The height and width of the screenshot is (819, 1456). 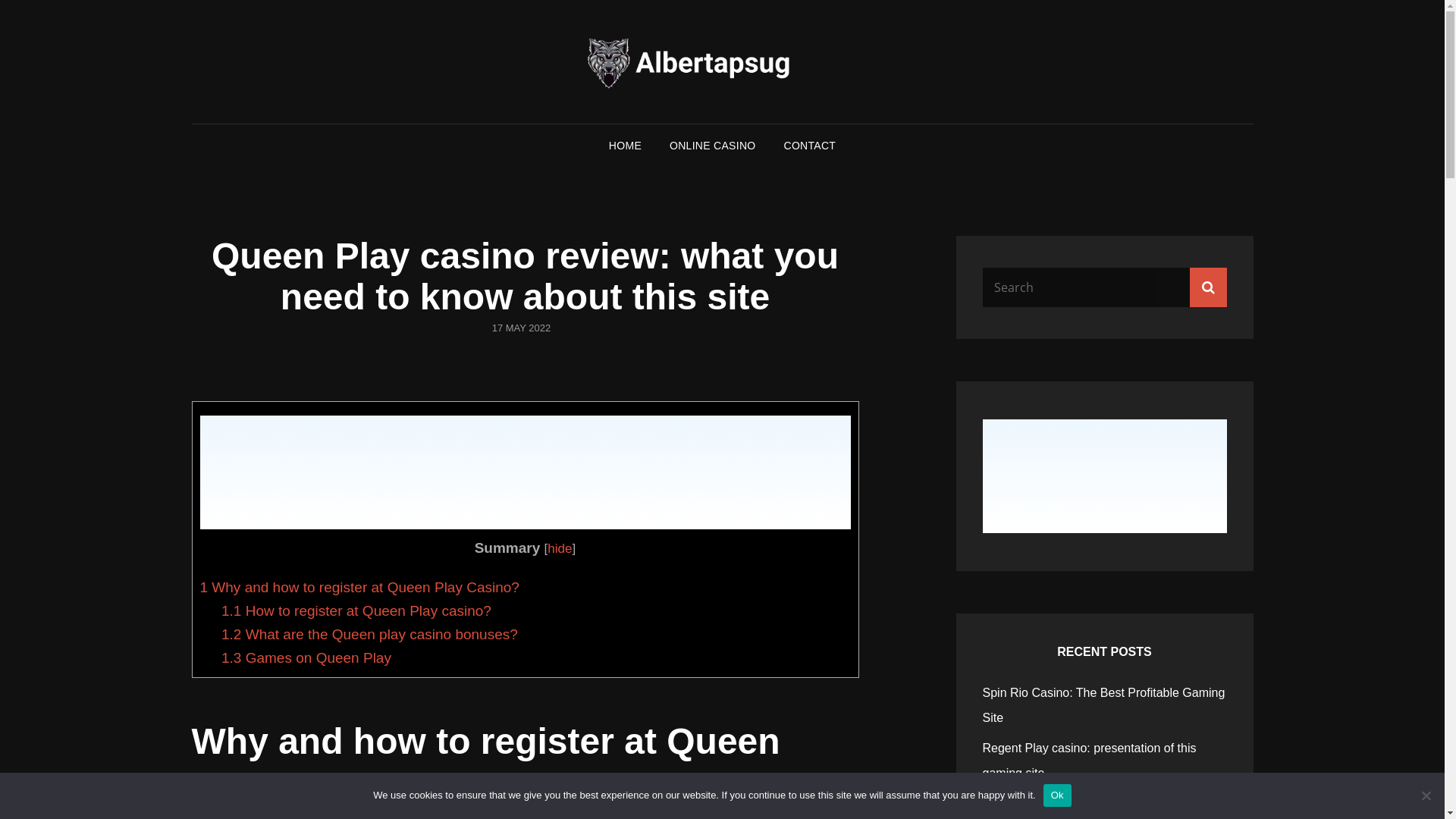 I want to click on '17 MAY 2022', so click(x=521, y=327).